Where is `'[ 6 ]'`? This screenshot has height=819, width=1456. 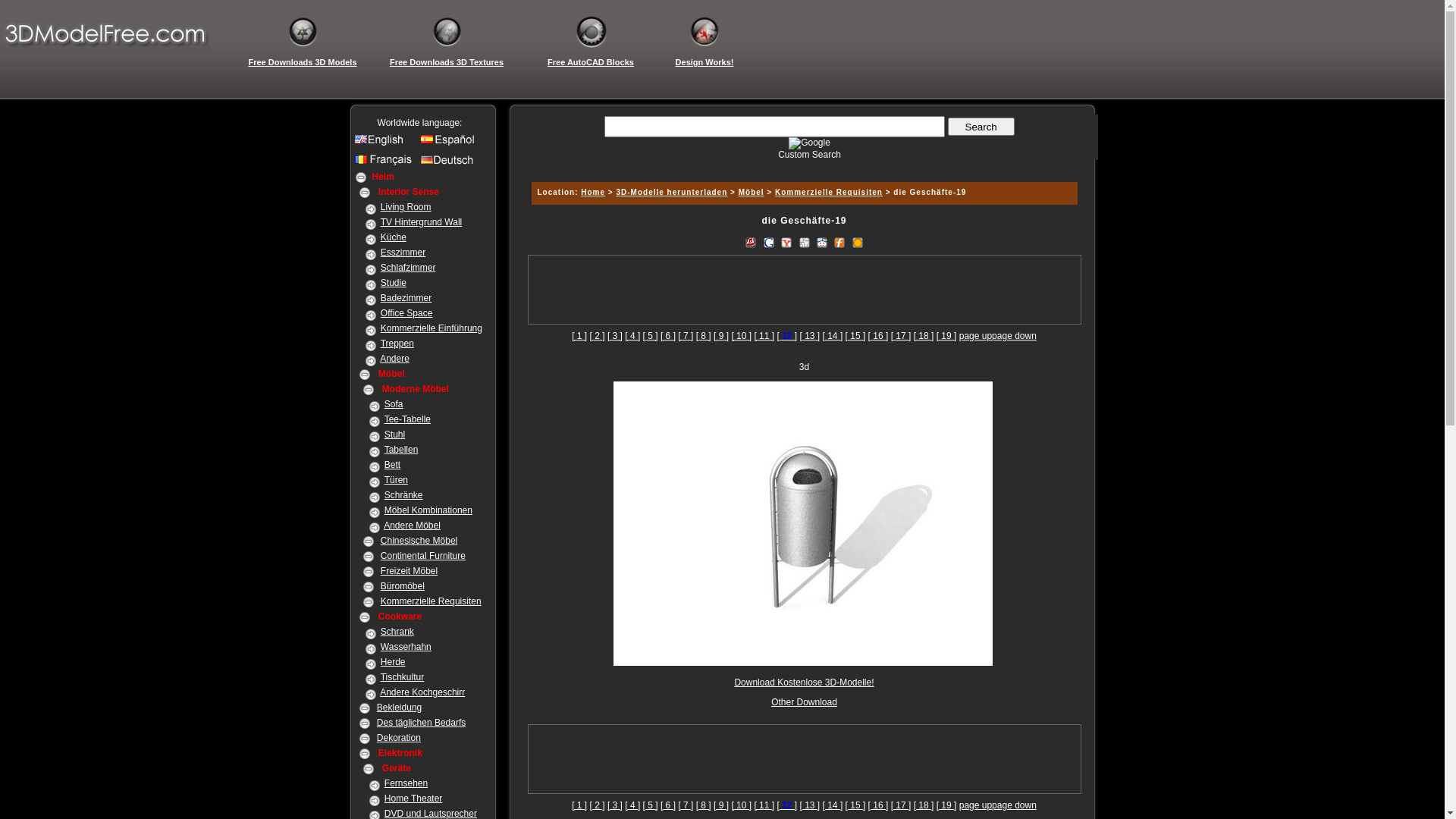 '[ 6 ]' is located at coordinates (667, 335).